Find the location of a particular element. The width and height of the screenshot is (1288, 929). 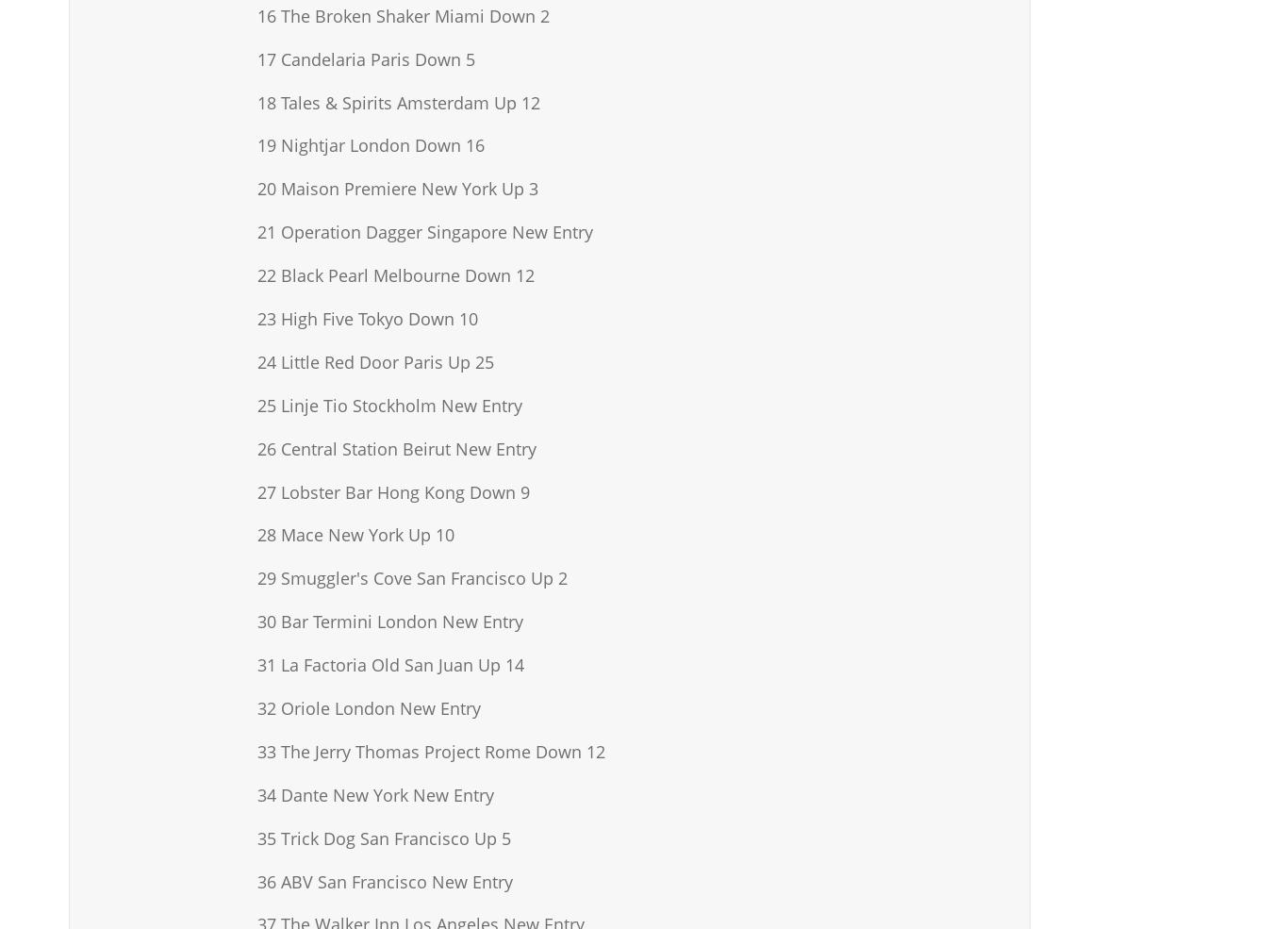

'22	Black Pearl	Melbourne	Down 12' is located at coordinates (395, 274).